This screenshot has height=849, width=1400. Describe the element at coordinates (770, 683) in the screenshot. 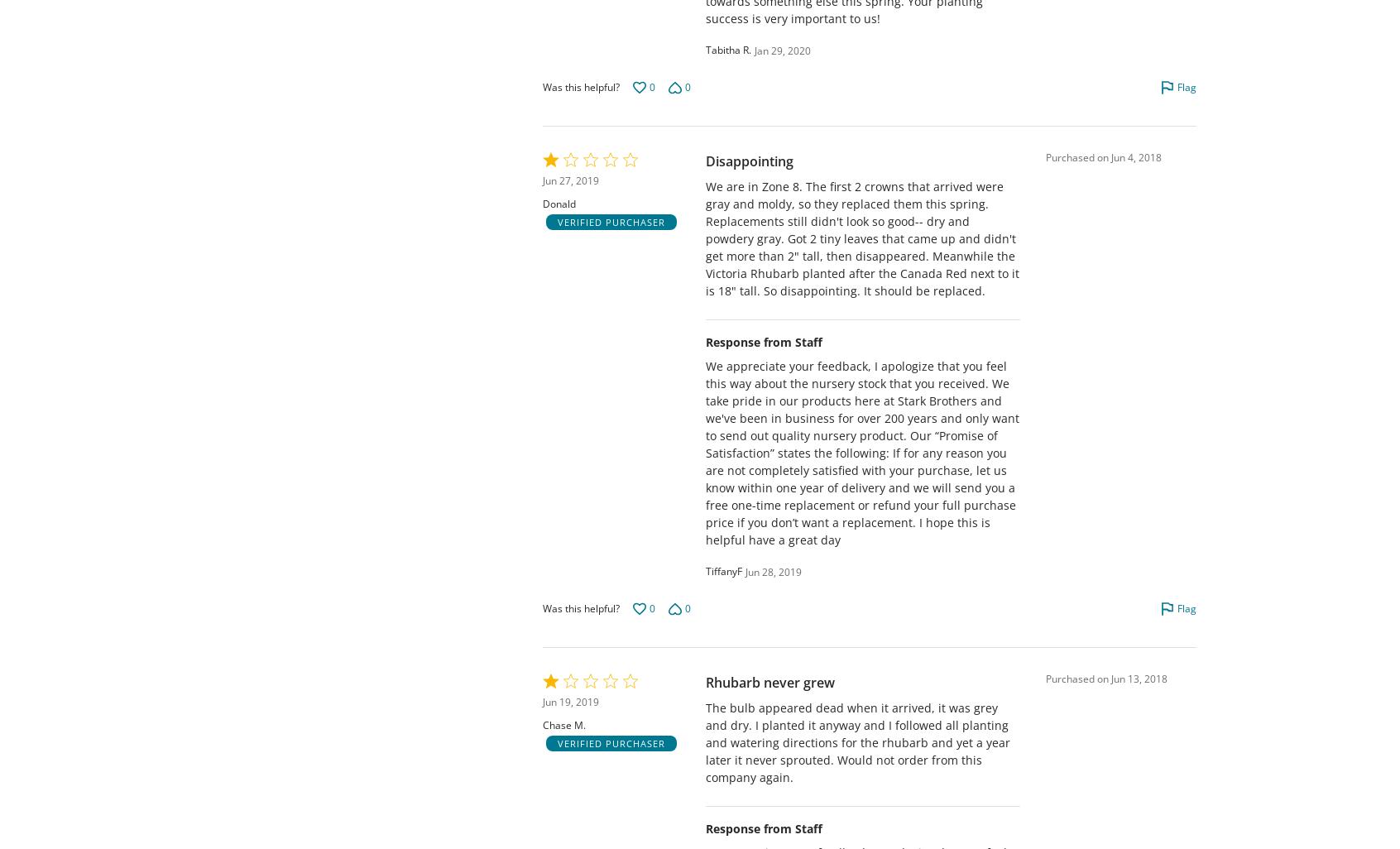

I see `'Rhubarb never grew'` at that location.